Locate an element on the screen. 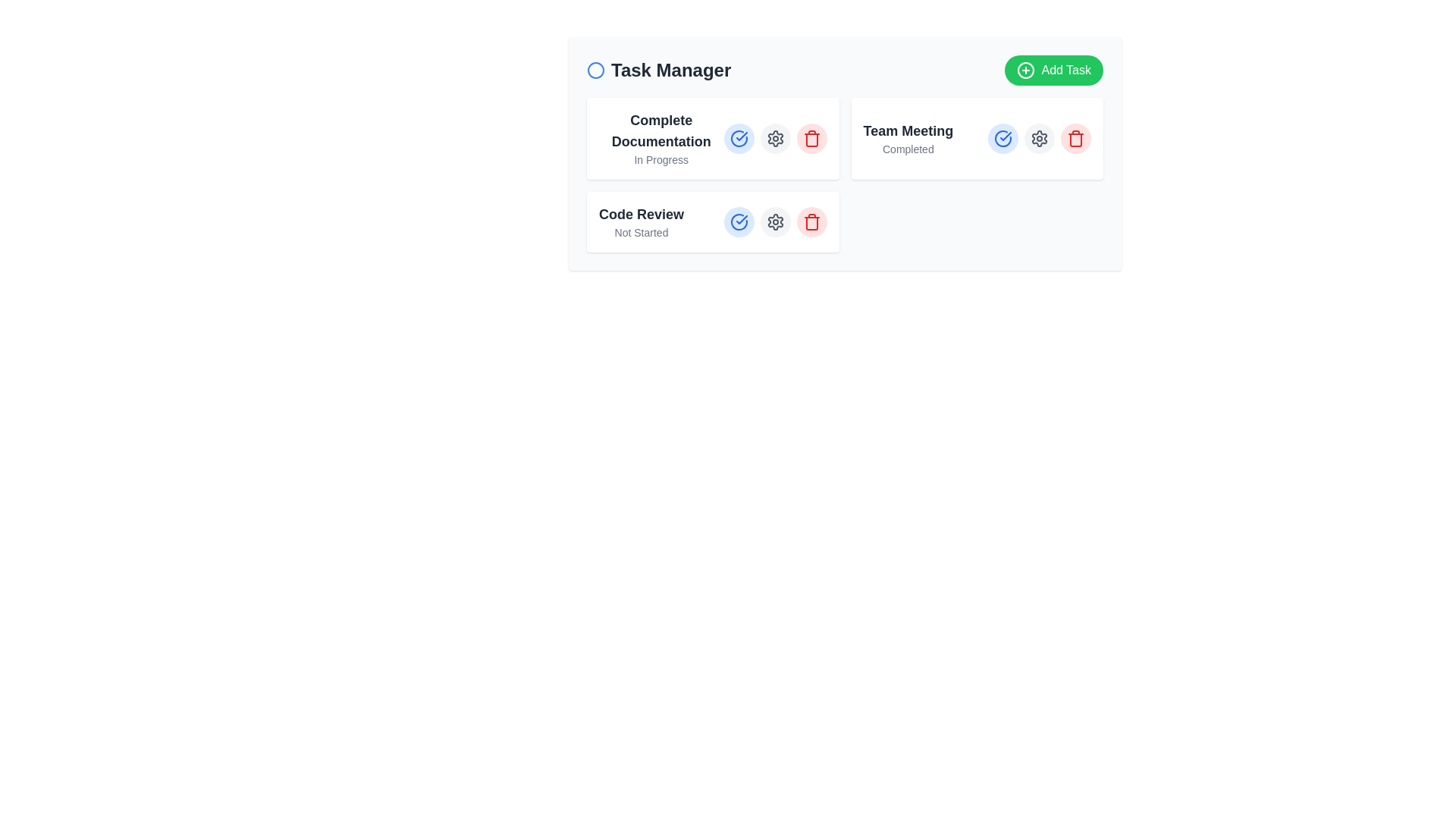 The image size is (1456, 819). the circular icon with a checkmark inside, styled with a blue outline and white interior, located under the 'Complete Documentation' task in the left column of the task cards is located at coordinates (739, 138).